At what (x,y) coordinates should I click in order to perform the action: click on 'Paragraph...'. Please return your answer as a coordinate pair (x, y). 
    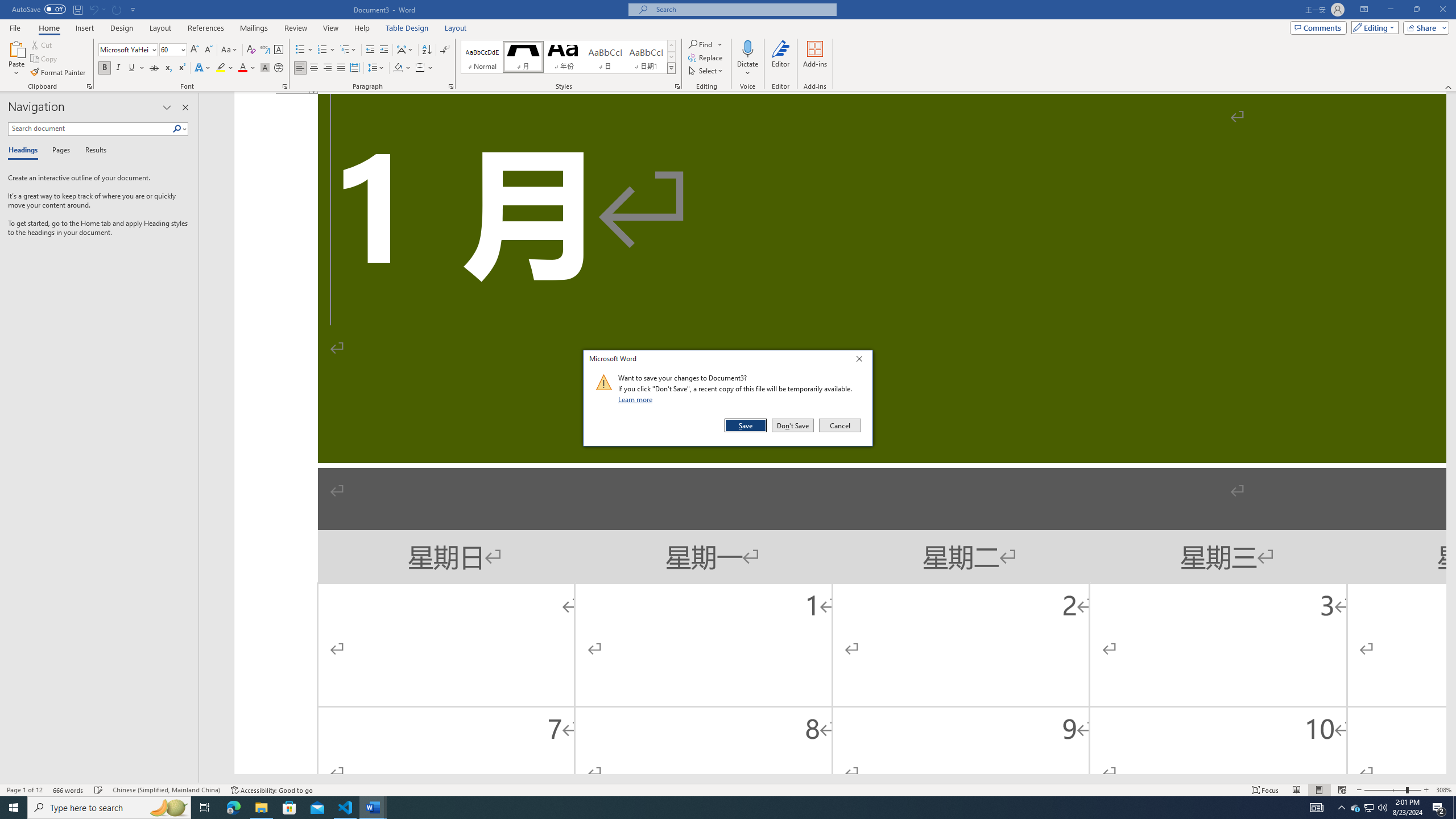
    Looking at the image, I should click on (450, 85).